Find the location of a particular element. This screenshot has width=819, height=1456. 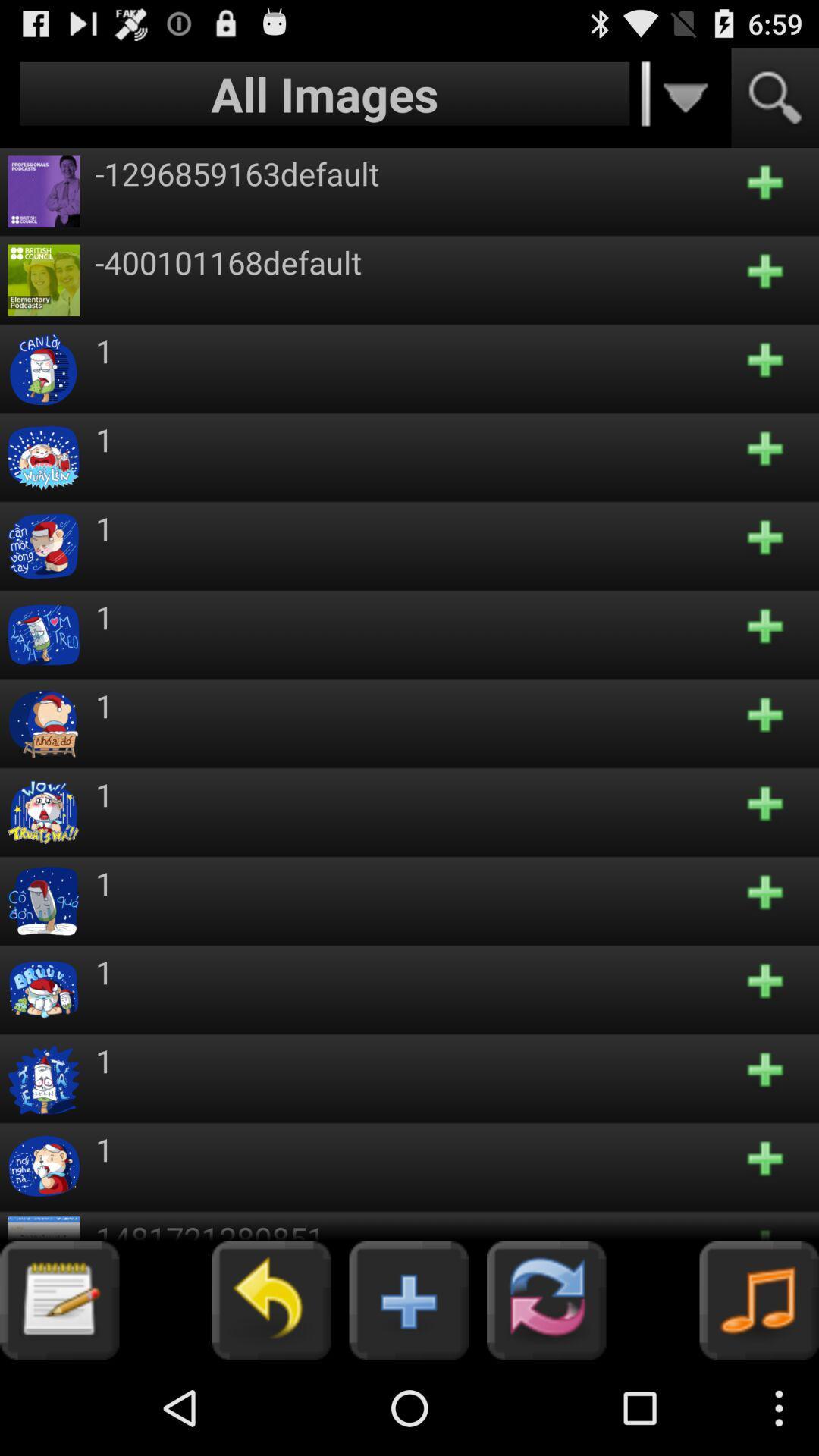

the add icon is located at coordinates (408, 1392).